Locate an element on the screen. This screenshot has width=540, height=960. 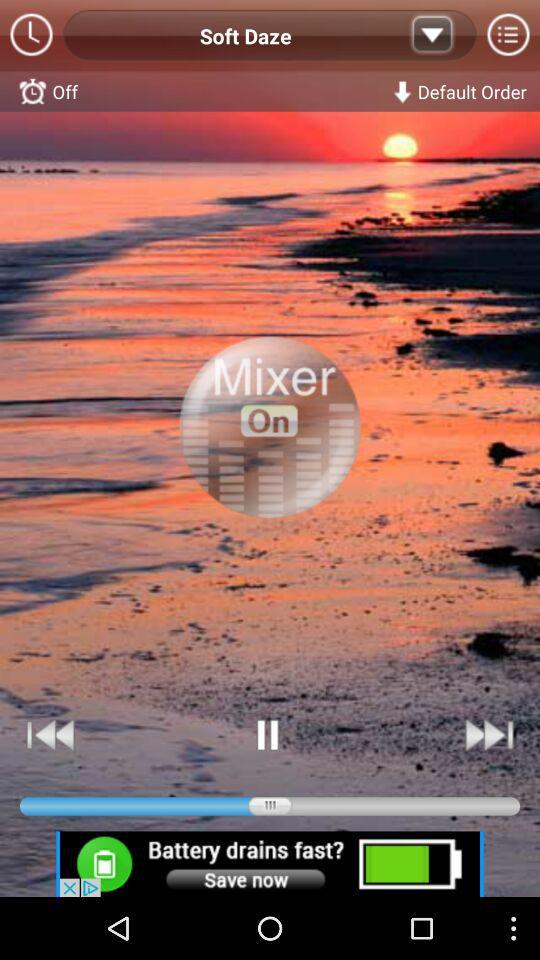
list button is located at coordinates (431, 35).